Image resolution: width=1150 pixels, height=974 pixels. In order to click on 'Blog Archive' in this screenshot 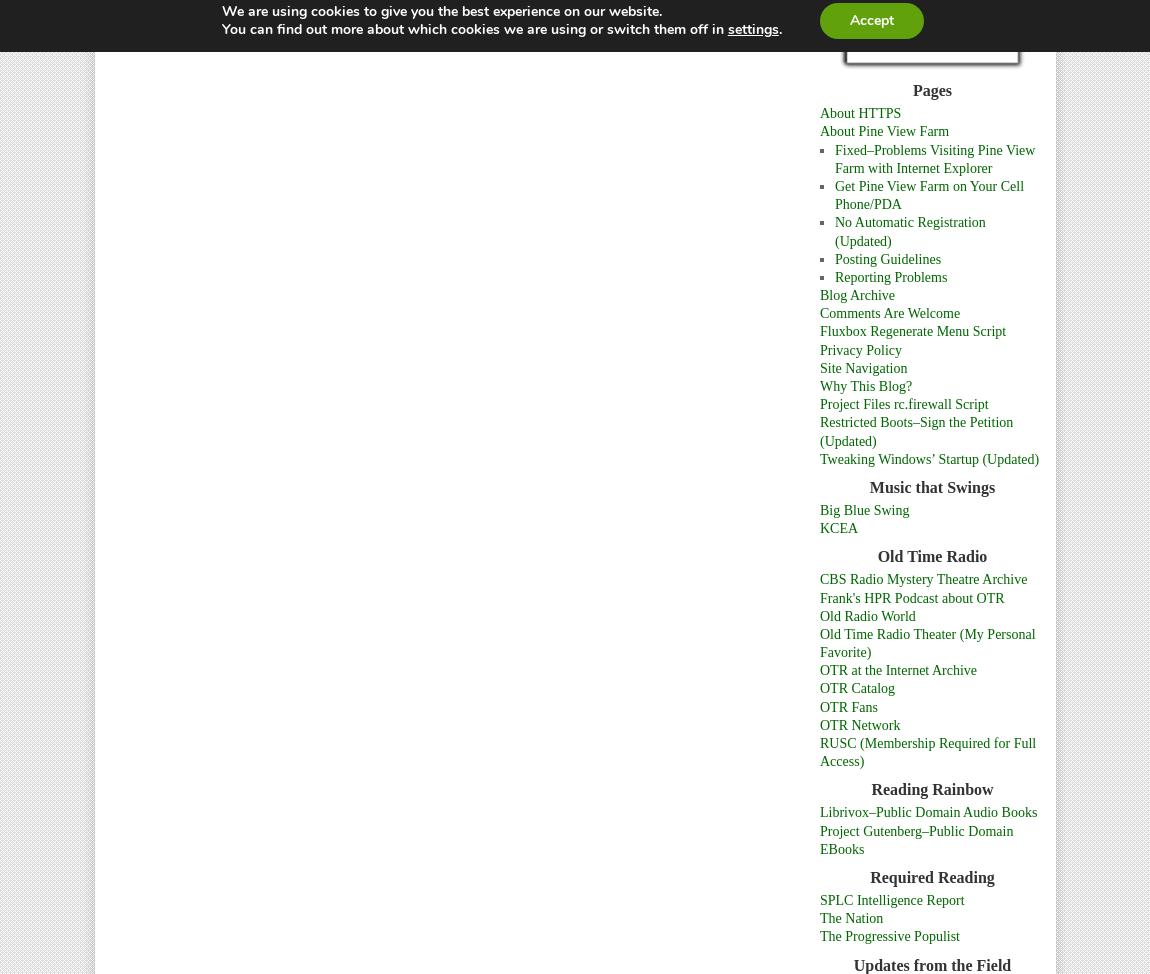, I will do `click(856, 294)`.